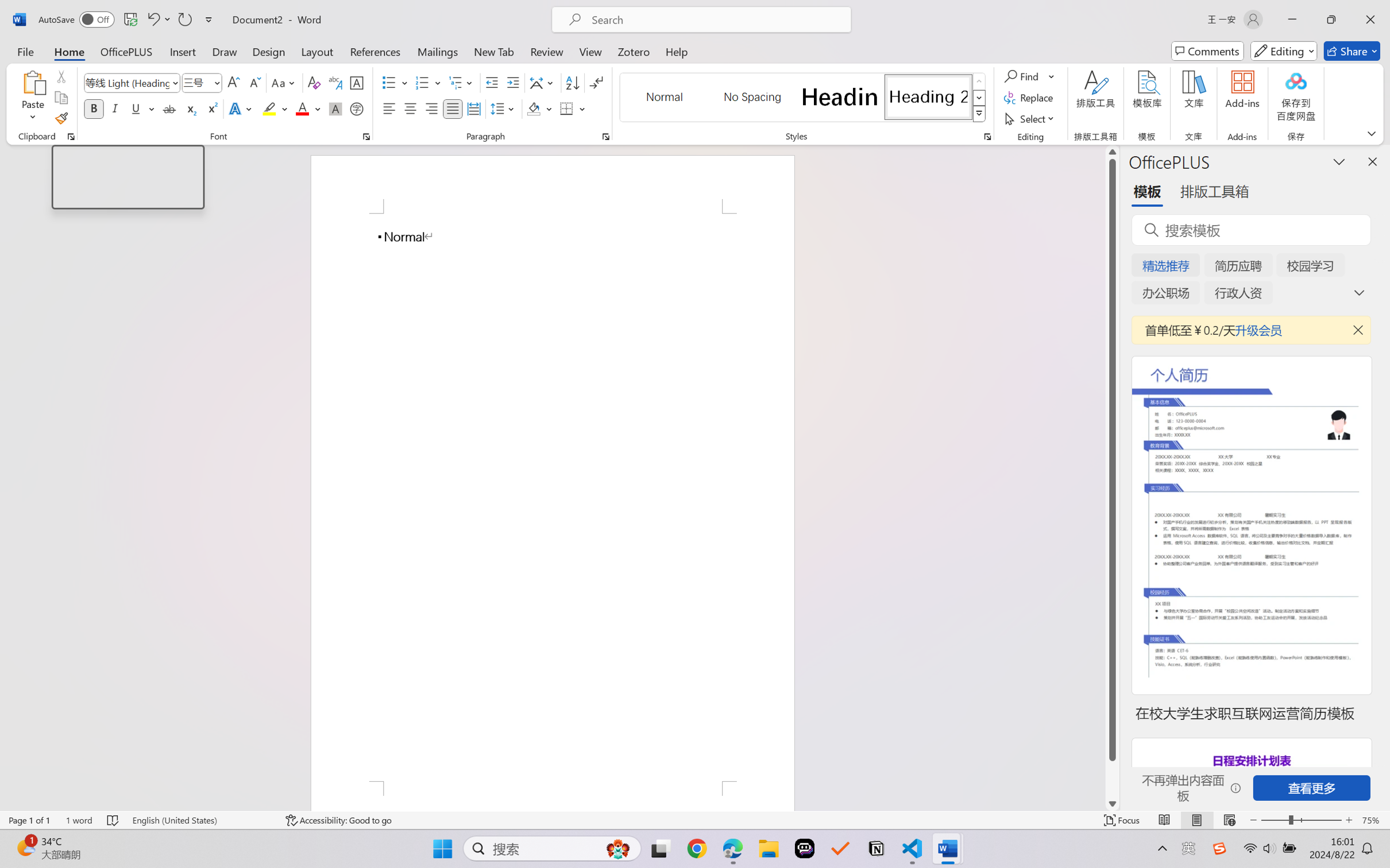 The height and width of the screenshot is (868, 1390). I want to click on 'Clear Formatting', so click(313, 83).